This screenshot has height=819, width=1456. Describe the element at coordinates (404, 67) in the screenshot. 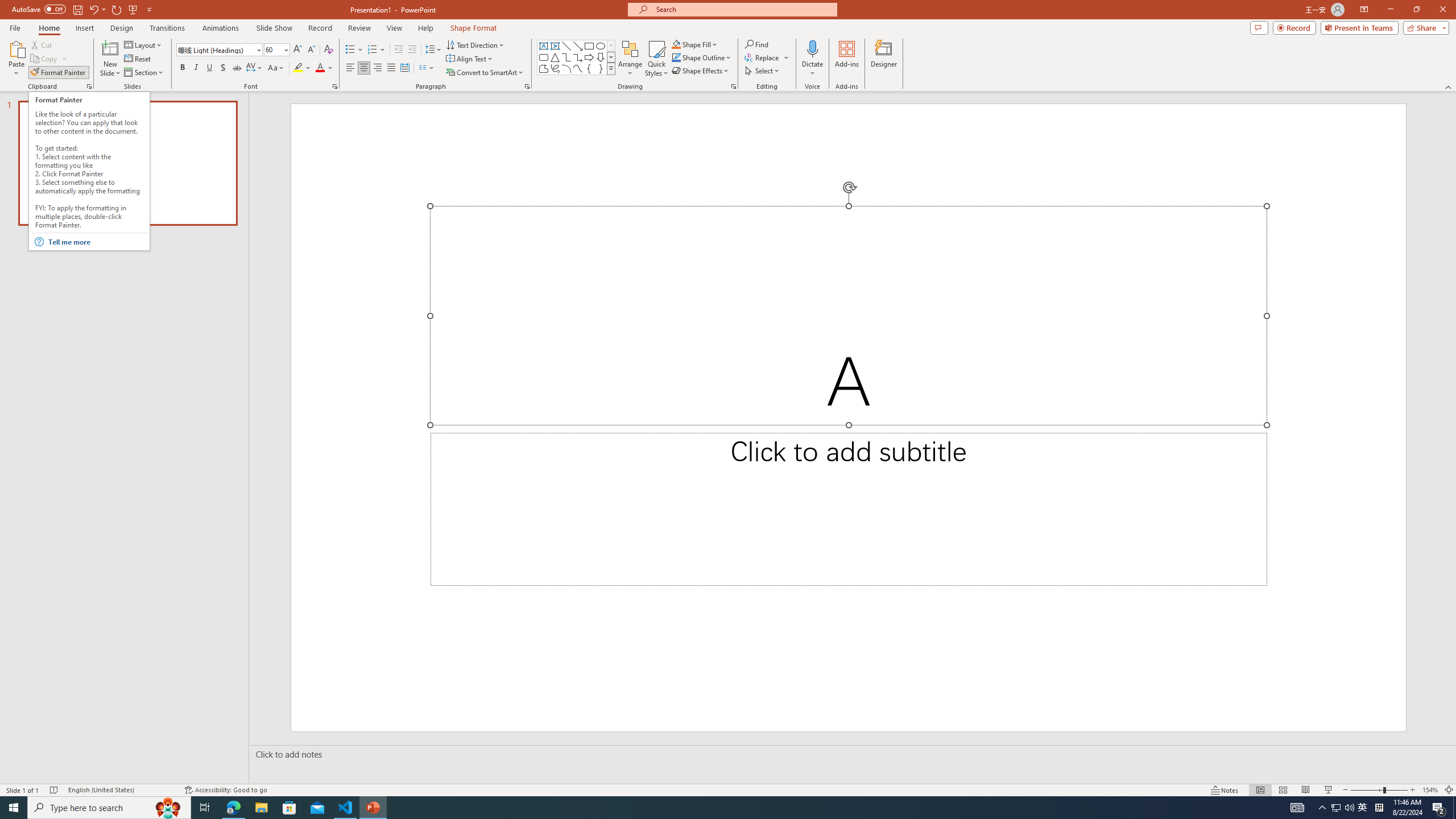

I see `'Distributed'` at that location.